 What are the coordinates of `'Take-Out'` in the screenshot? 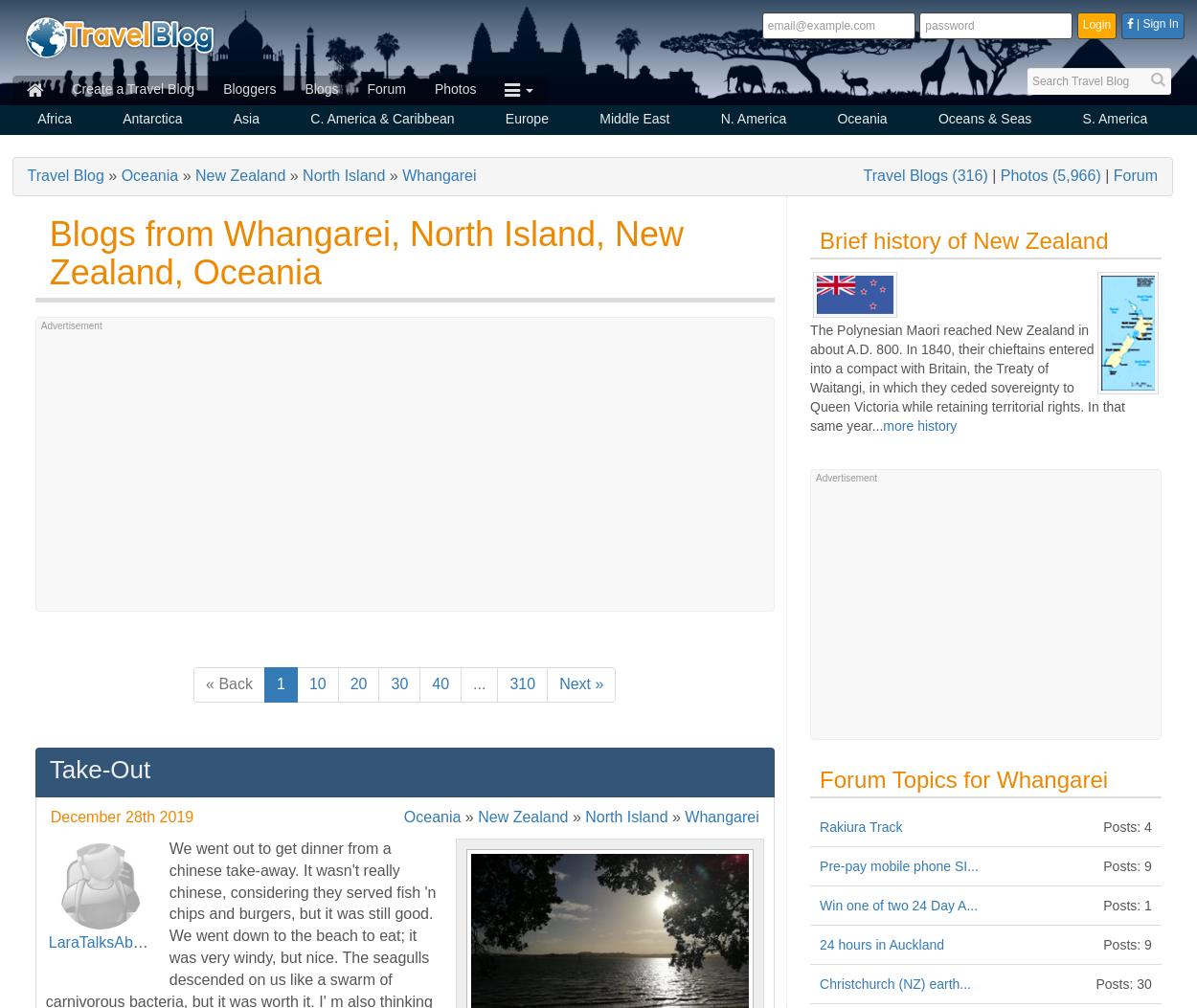 It's located at (99, 769).